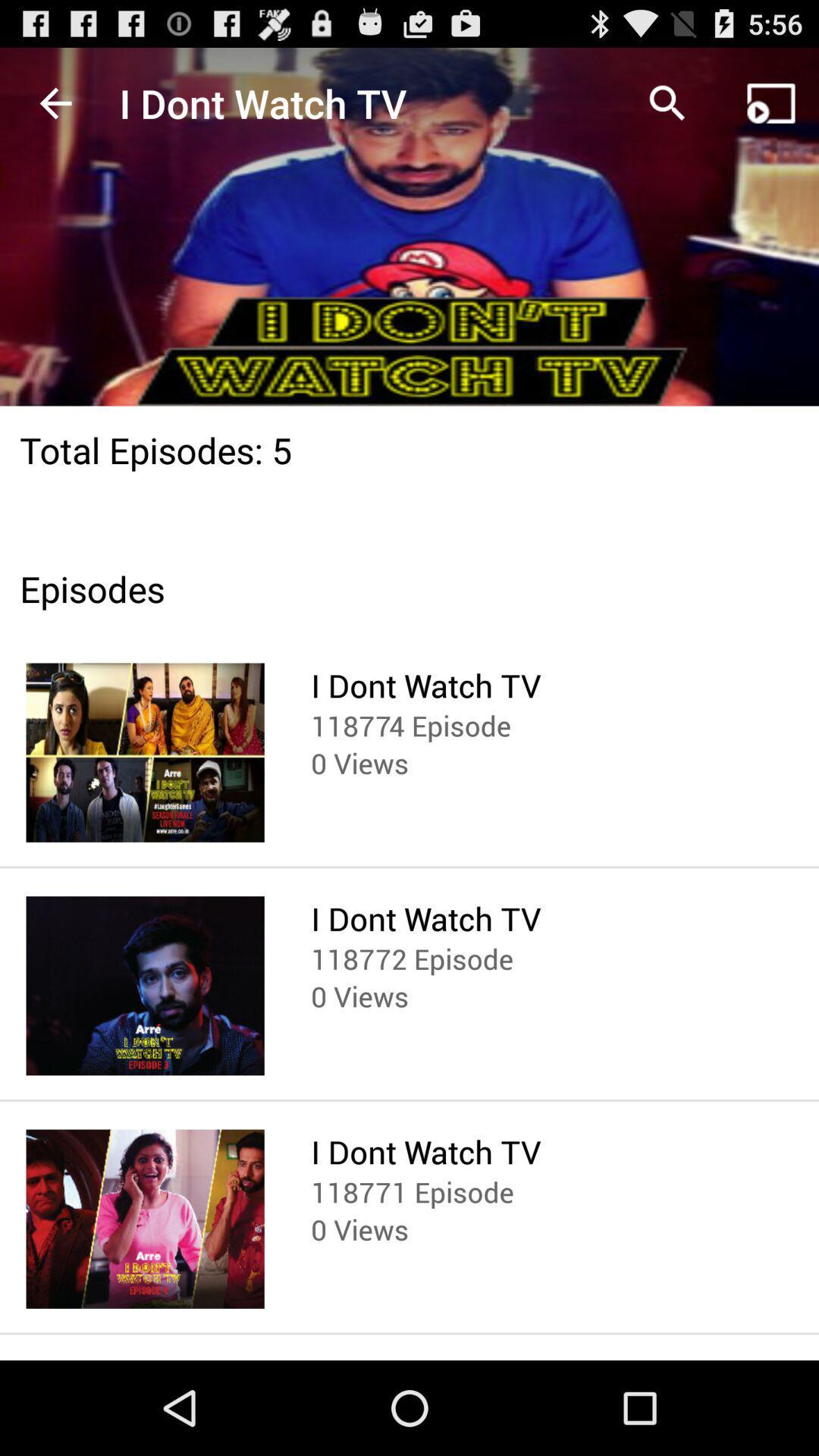 The height and width of the screenshot is (1456, 819). Describe the element at coordinates (771, 103) in the screenshot. I see `icon which is after search icon on the page` at that location.